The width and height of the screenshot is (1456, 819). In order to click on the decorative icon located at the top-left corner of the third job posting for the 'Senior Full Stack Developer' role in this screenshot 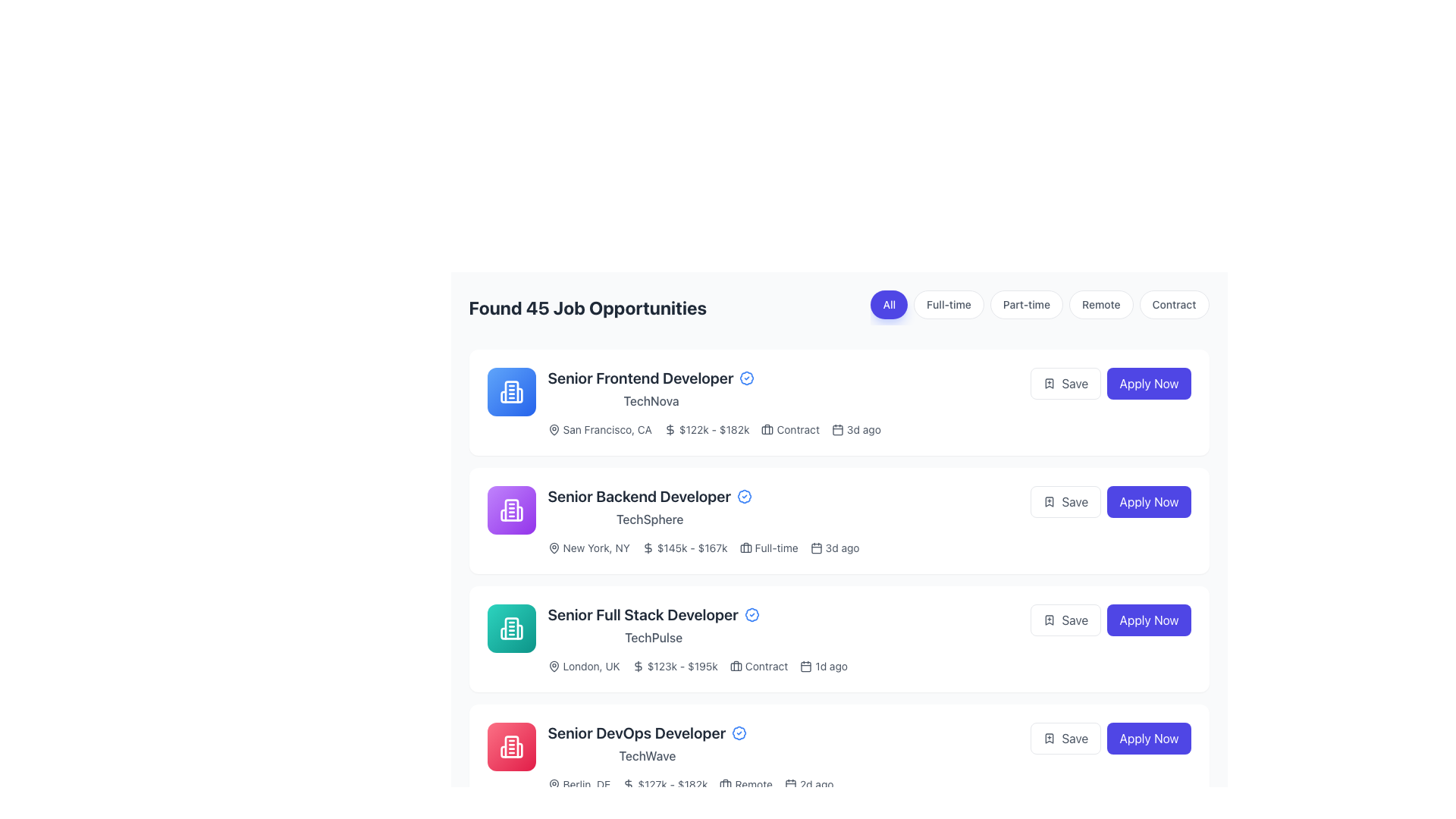, I will do `click(511, 629)`.